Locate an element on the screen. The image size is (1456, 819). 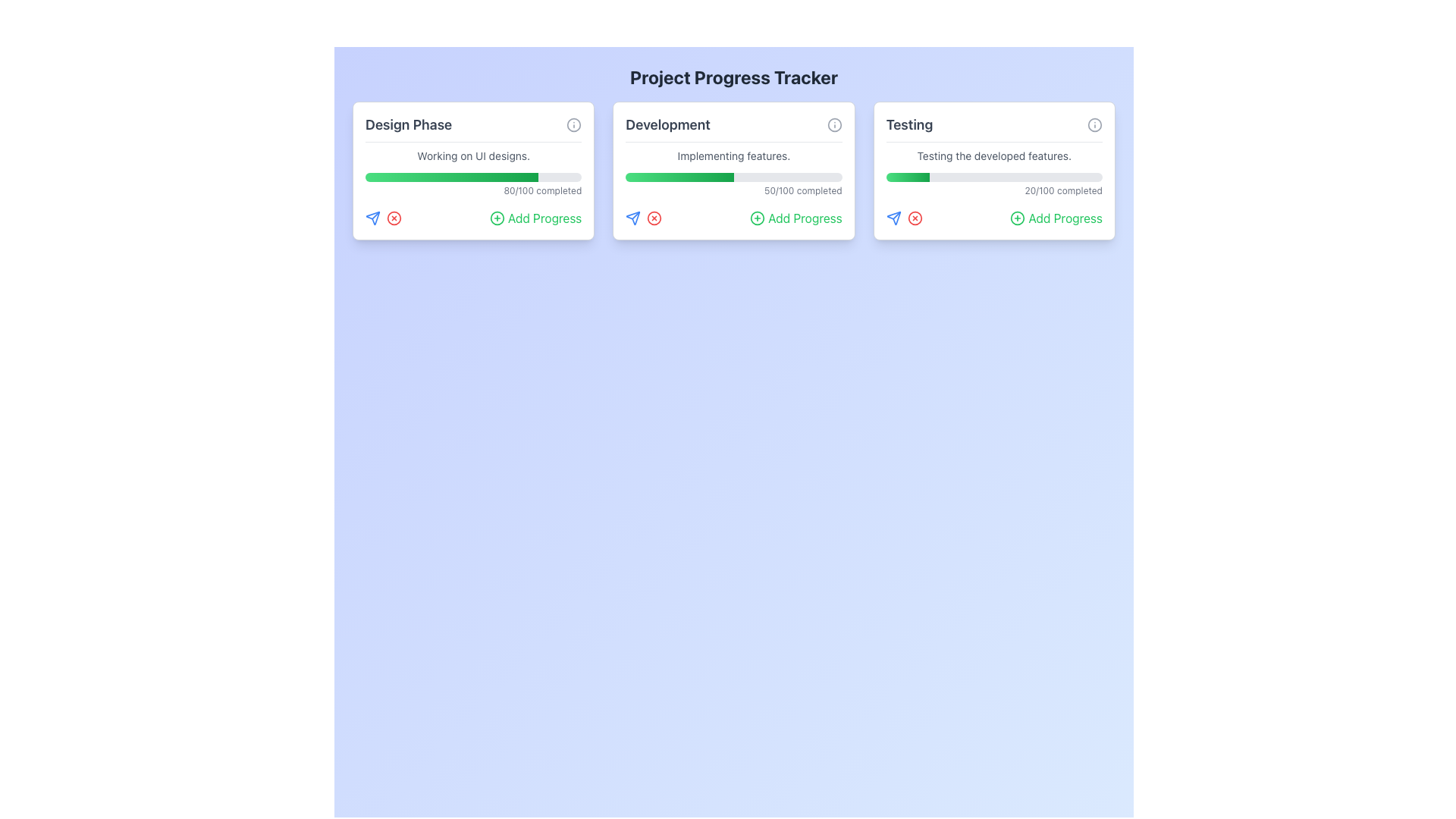
value represented by the progress bar, which is a horizontal bar indicating 80% completion, located within the 'Design Phase' card below 'Working on UI designs.' is located at coordinates (472, 177).